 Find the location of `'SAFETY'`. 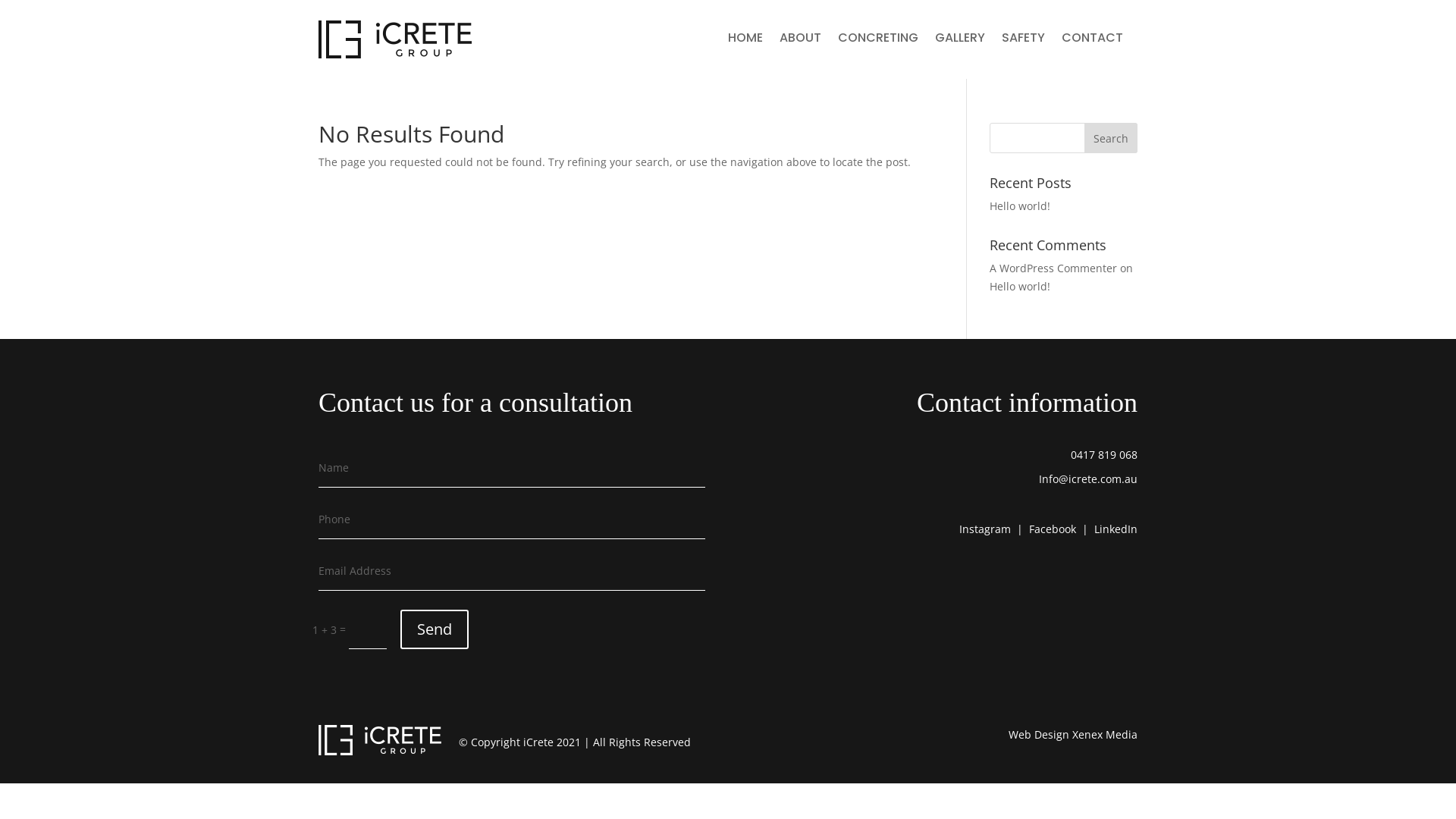

'SAFETY' is located at coordinates (1001, 40).